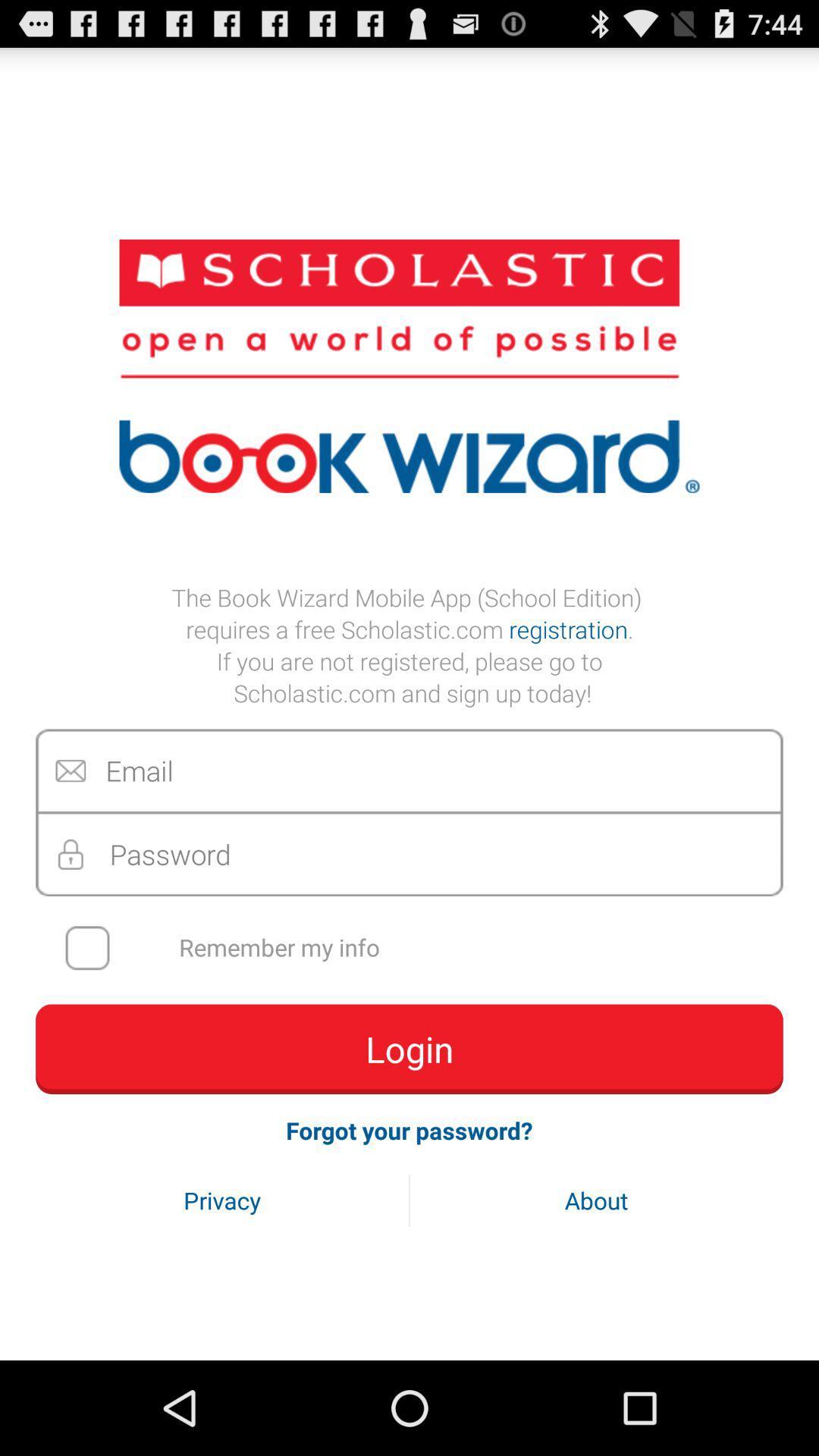 Image resolution: width=819 pixels, height=1456 pixels. Describe the element at coordinates (419, 947) in the screenshot. I see `item above the login icon` at that location.